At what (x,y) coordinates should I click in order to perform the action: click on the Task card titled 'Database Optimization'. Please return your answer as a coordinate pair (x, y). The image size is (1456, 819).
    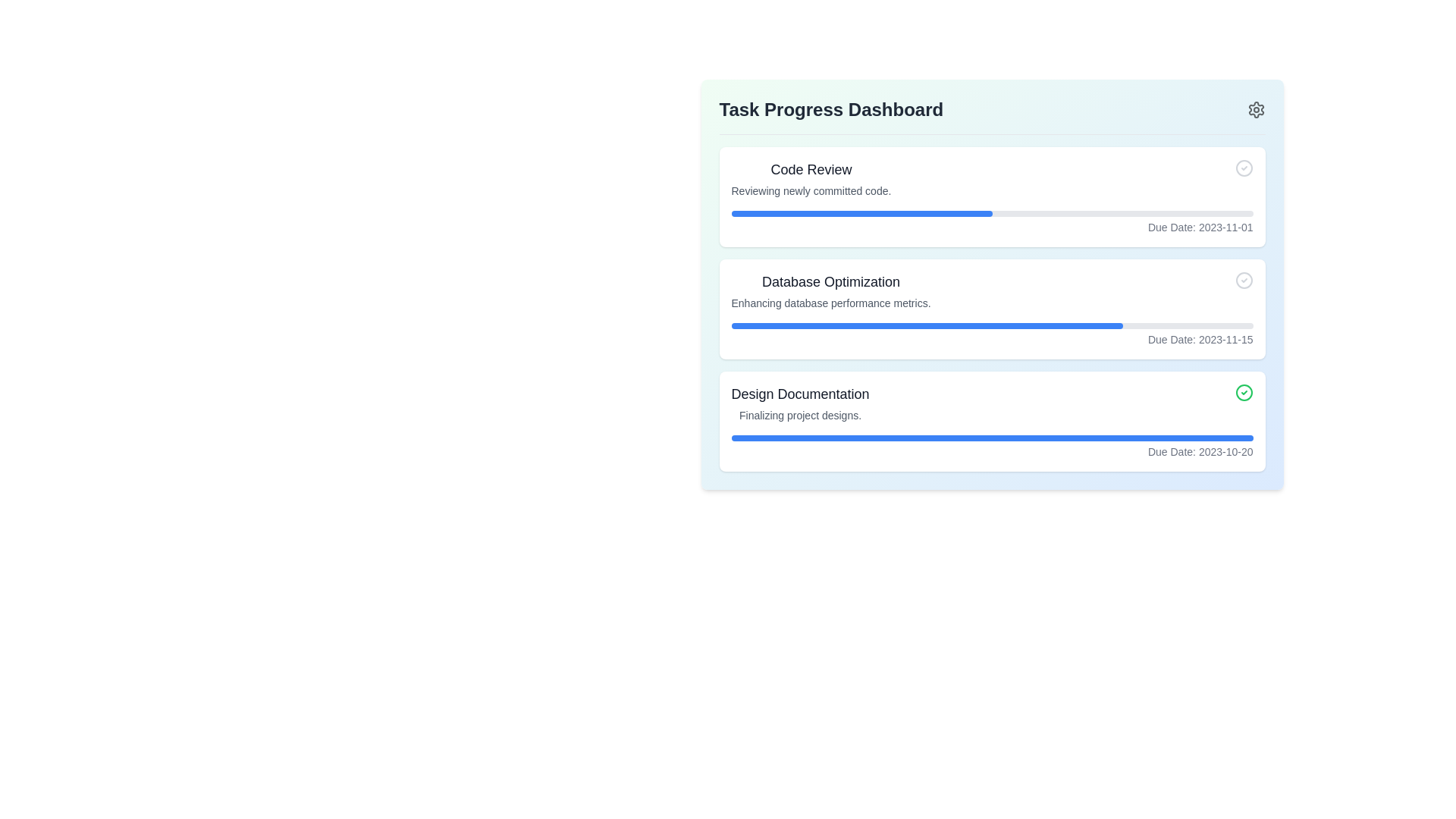
    Looking at the image, I should click on (992, 309).